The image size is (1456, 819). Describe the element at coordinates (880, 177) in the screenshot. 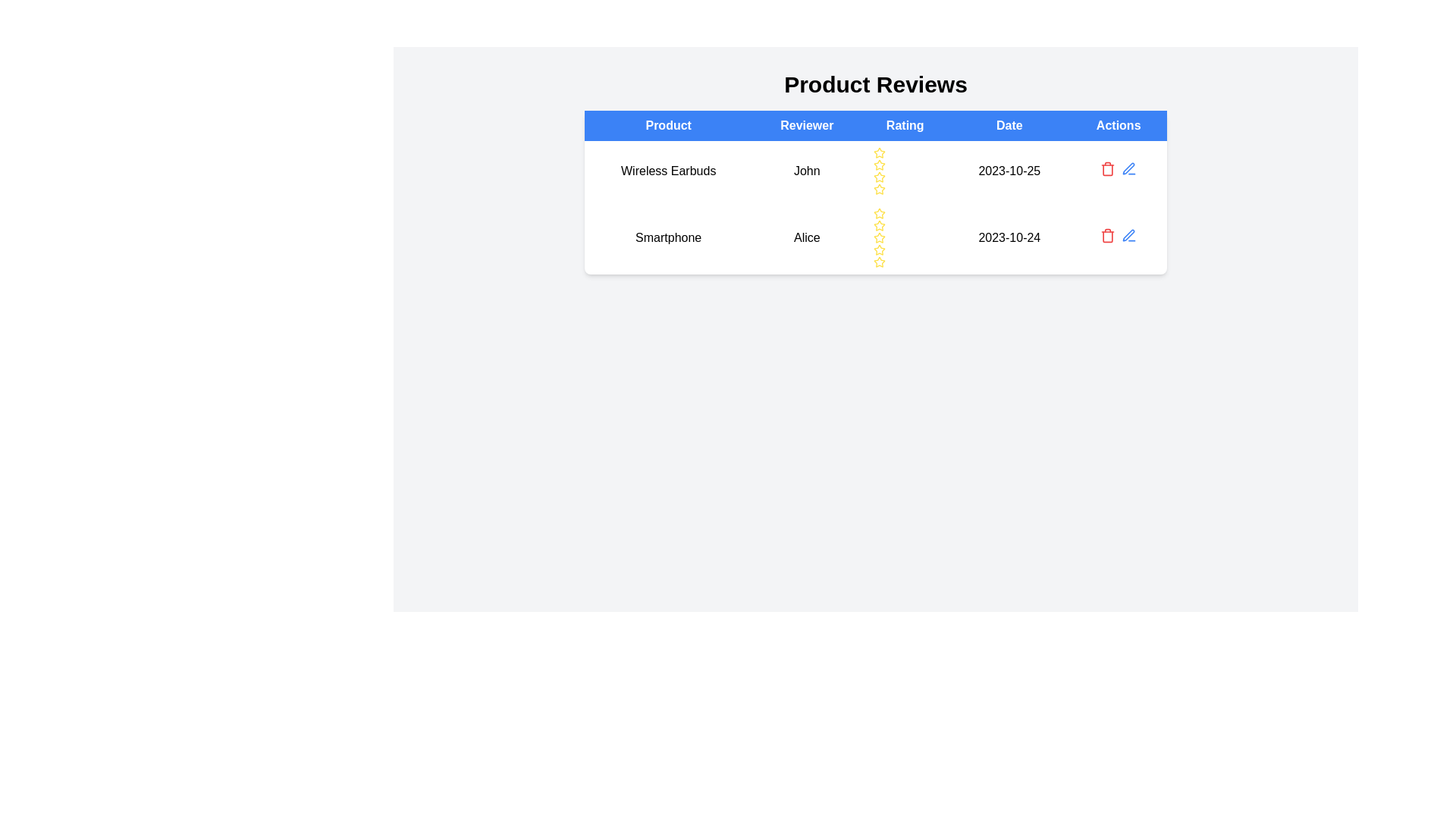

I see `the fifth yellow star icon with a hollow center in the 'Rating' column of the first row under the 'Wireless Earbuds' product` at that location.